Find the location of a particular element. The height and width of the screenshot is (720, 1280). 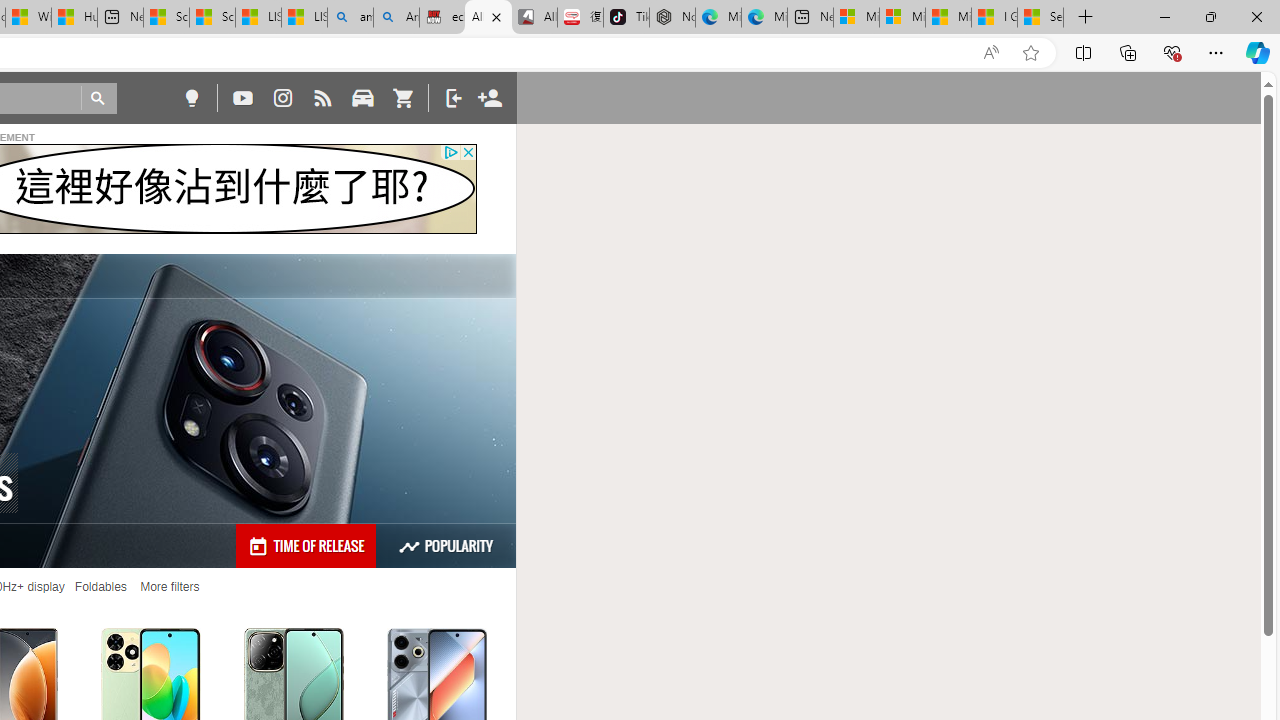

'All Cubot phones' is located at coordinates (534, 17).